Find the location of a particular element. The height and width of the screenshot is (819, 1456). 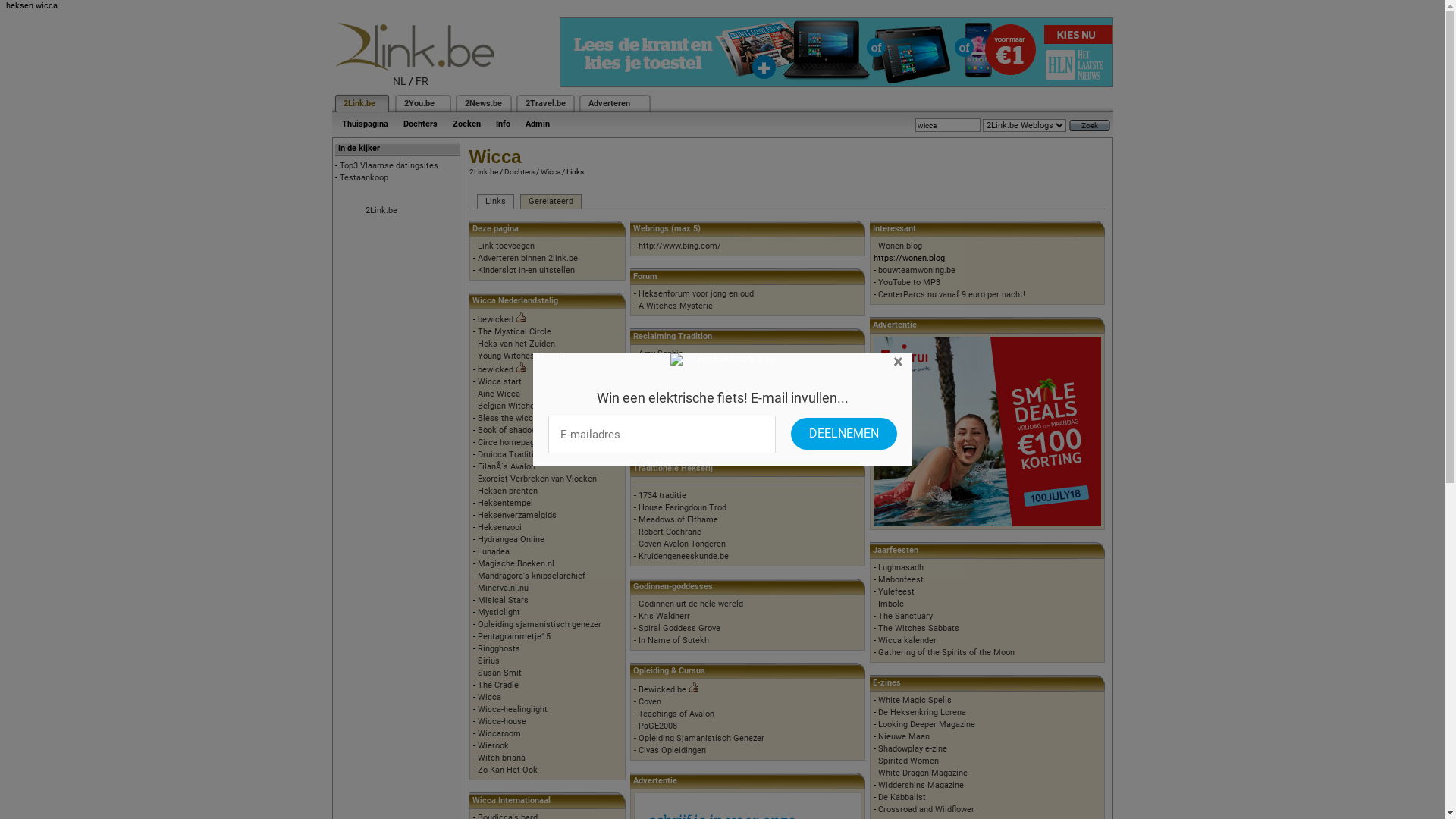

'Zoeken' is located at coordinates (465, 123).